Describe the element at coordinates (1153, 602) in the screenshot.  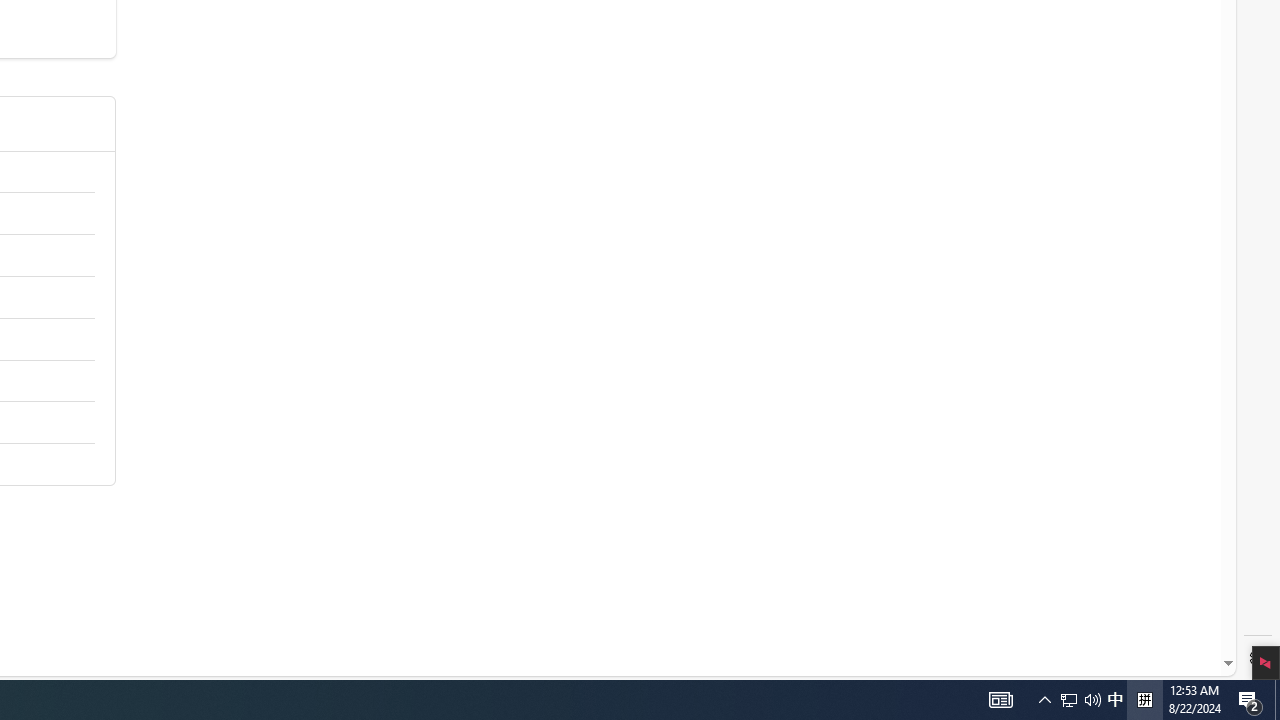
I see `'AutomationID: mfa_root'` at that location.